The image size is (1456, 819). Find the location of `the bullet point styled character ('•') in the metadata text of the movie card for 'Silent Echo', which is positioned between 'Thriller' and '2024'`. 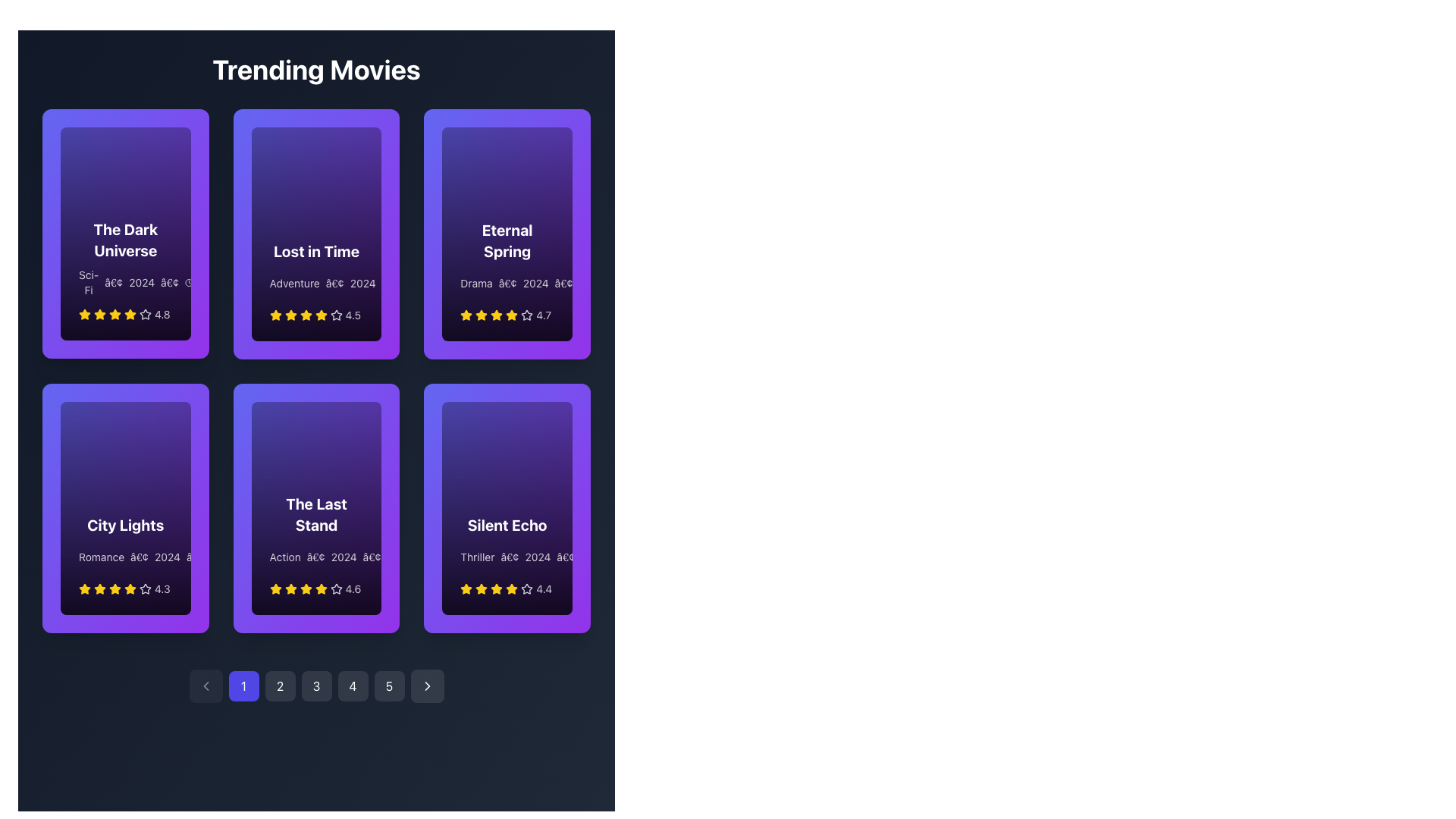

the bullet point styled character ('•') in the metadata text of the movie card for 'Silent Echo', which is positioned between 'Thriller' and '2024' is located at coordinates (510, 557).